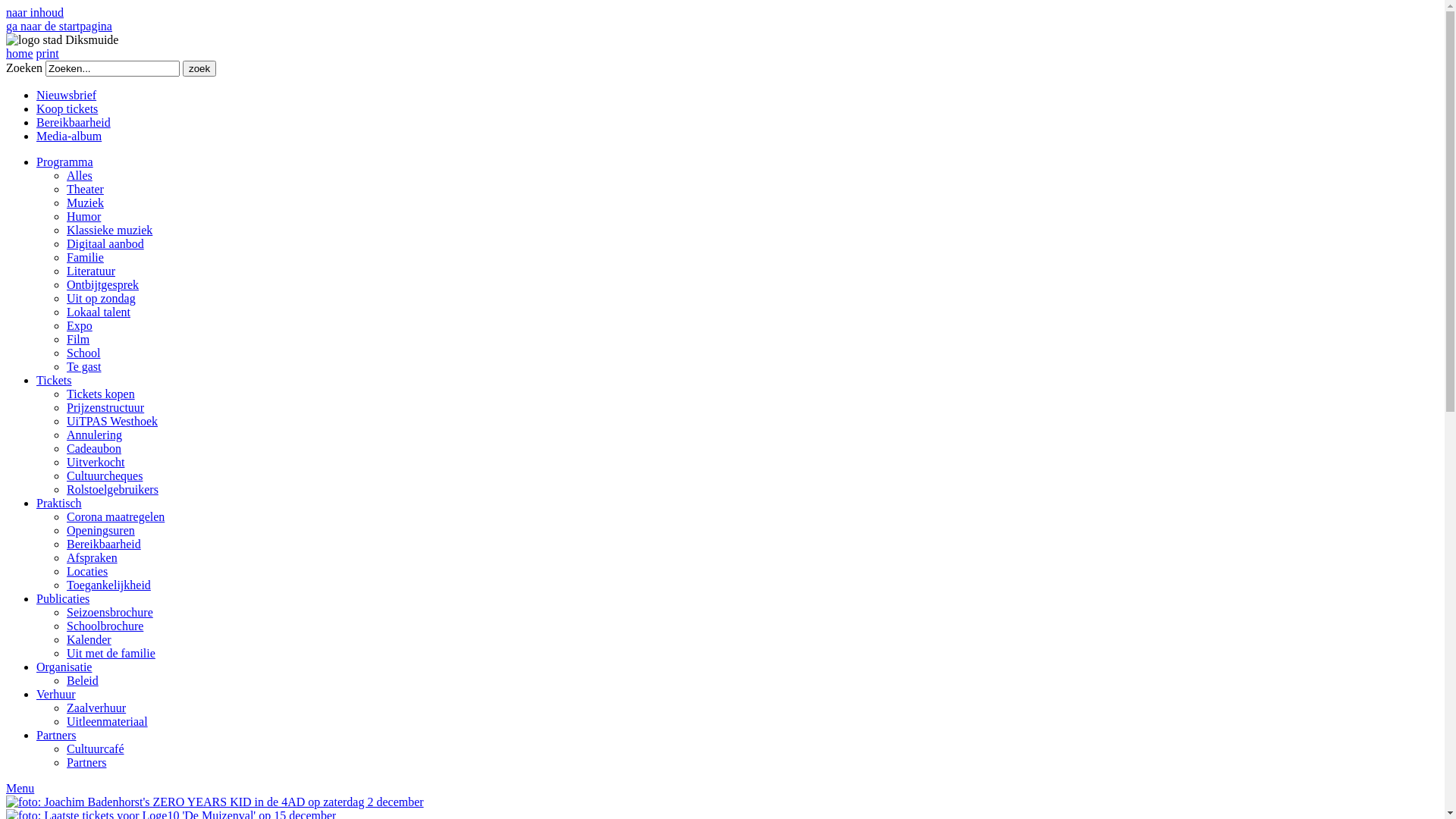  I want to click on 'Rolstoelgebruikers', so click(111, 489).